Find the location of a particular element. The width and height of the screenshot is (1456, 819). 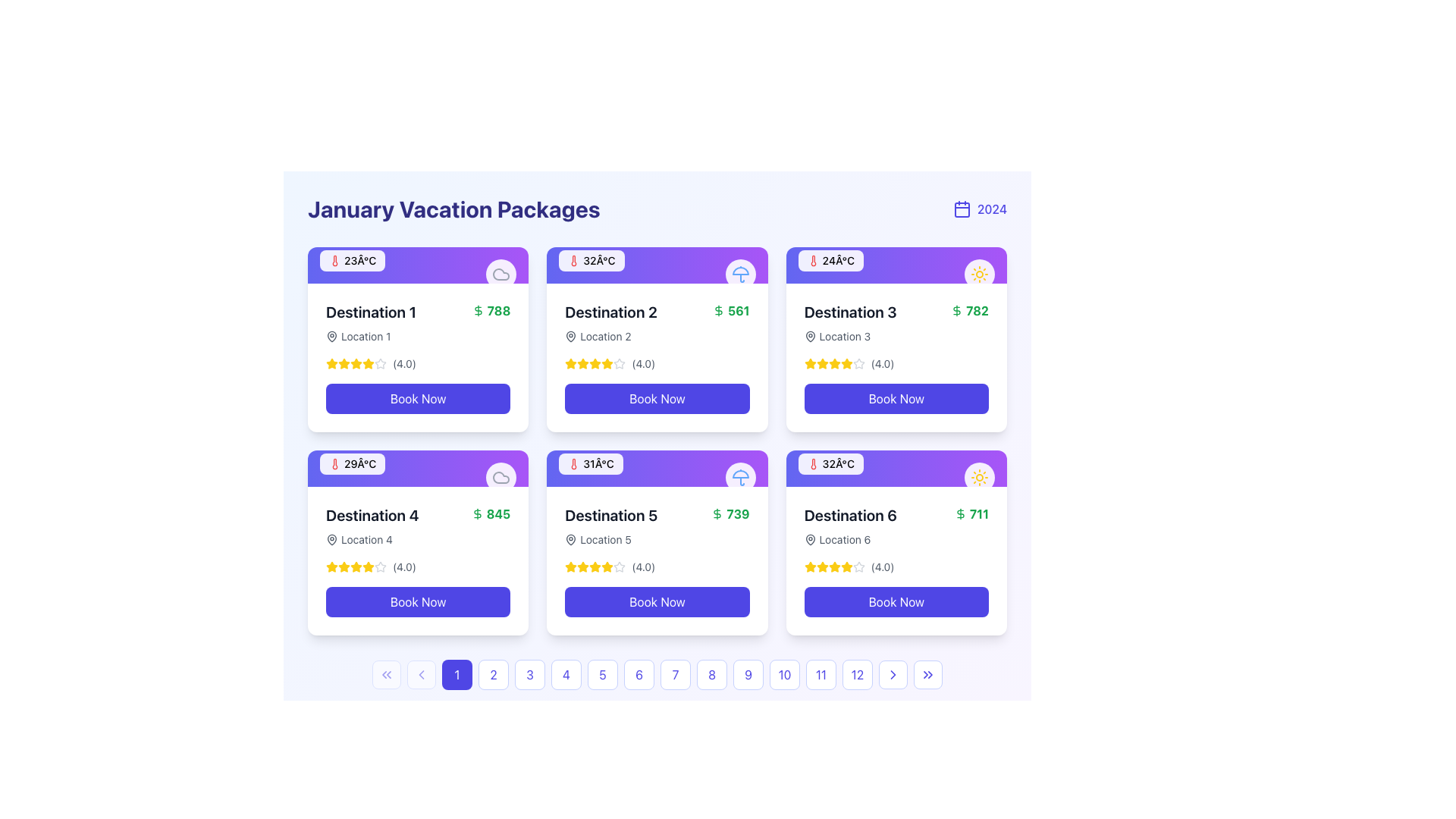

the text label displaying 'Destination 3', which is styled in bold and located in the first row of the second column, above 'Location 3' and next to the 'Book Now' button is located at coordinates (850, 312).